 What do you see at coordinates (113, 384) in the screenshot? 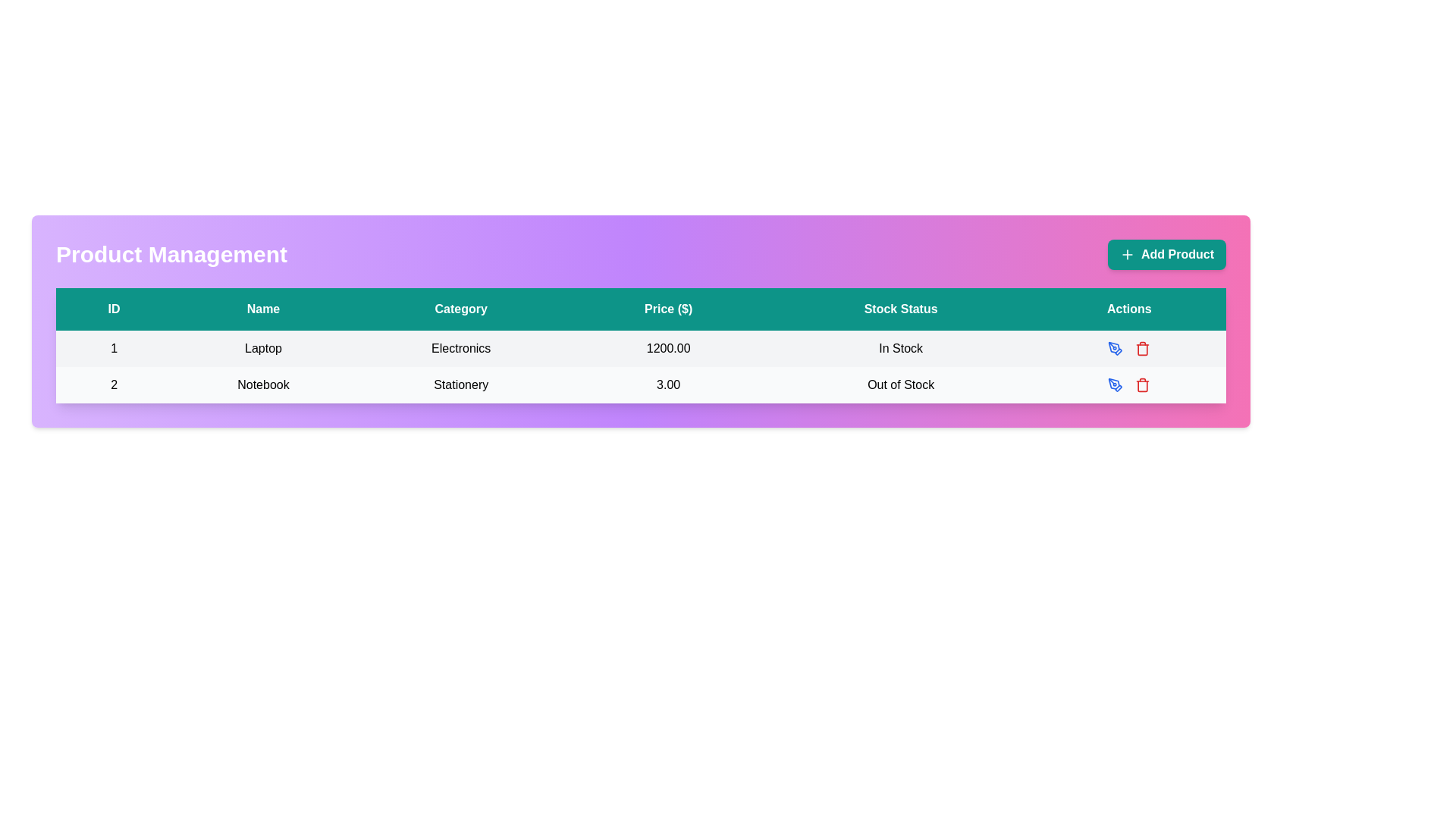
I see `the bold numerical digit '2' representing the ID of the product 'Notebook' in the second row of the 'Product Management' table` at bounding box center [113, 384].